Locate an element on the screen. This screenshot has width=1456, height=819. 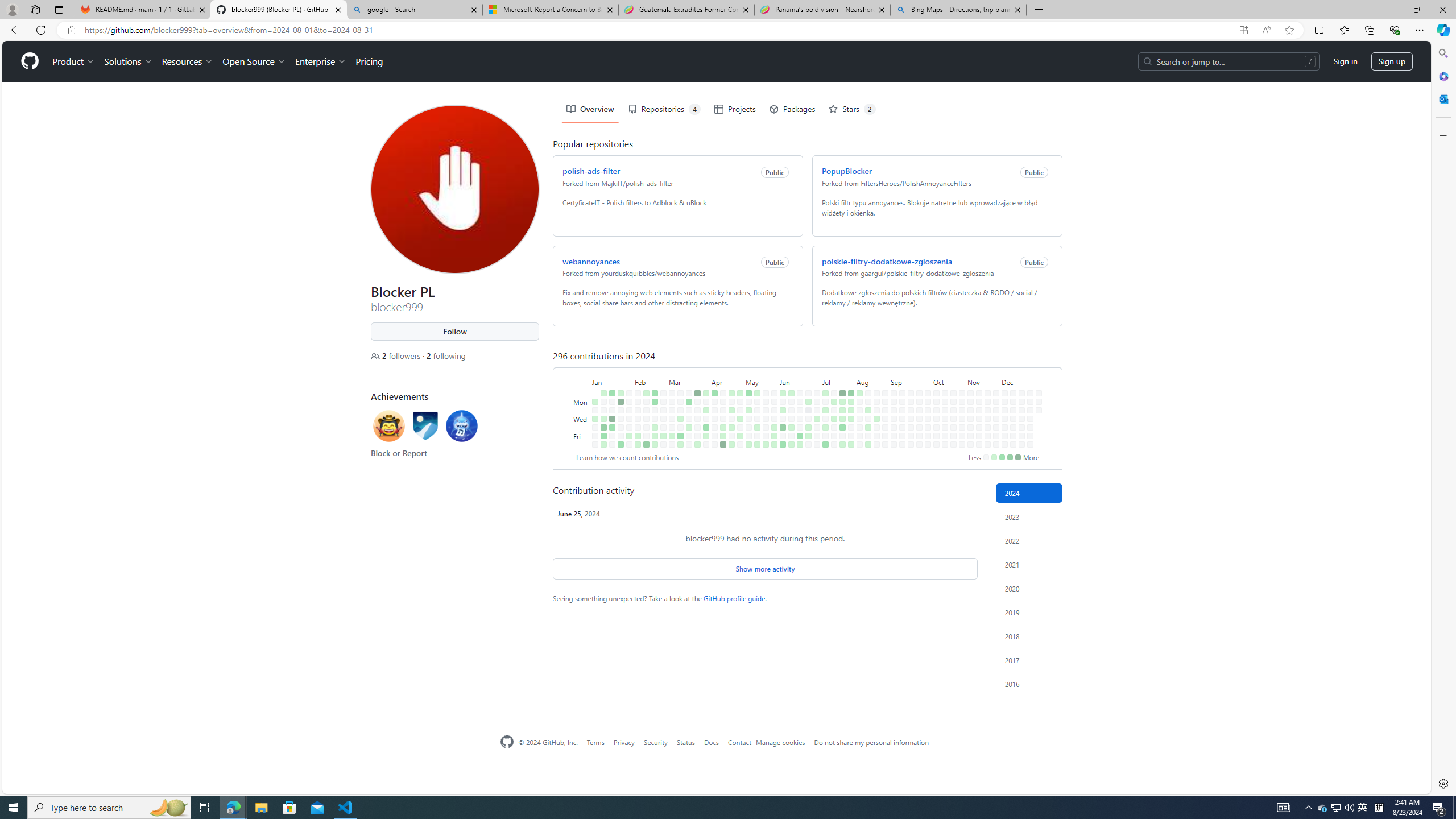
'No contributions on November 29th.' is located at coordinates (995, 435).